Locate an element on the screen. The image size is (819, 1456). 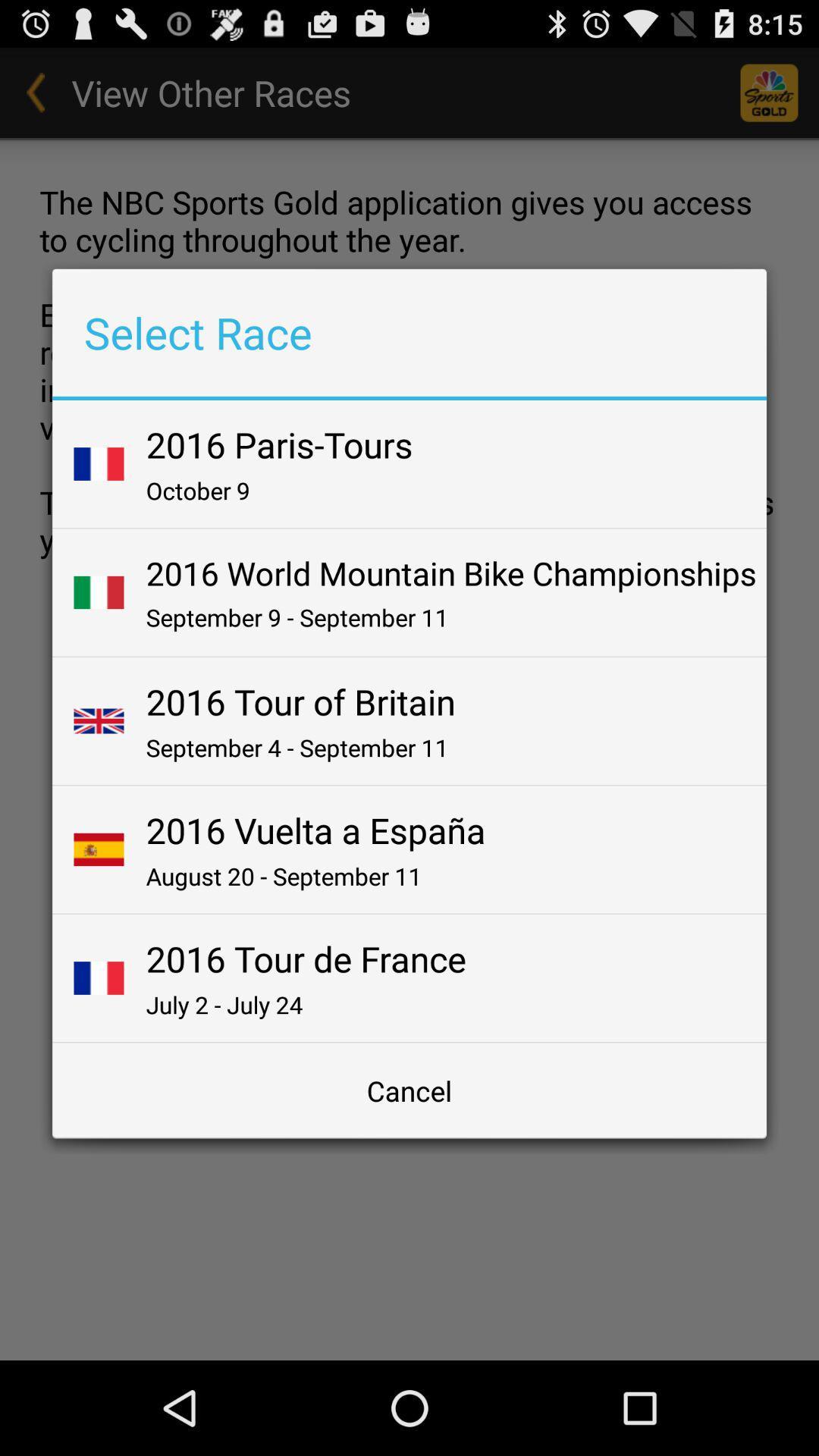
item below july 2 july item is located at coordinates (409, 1090).